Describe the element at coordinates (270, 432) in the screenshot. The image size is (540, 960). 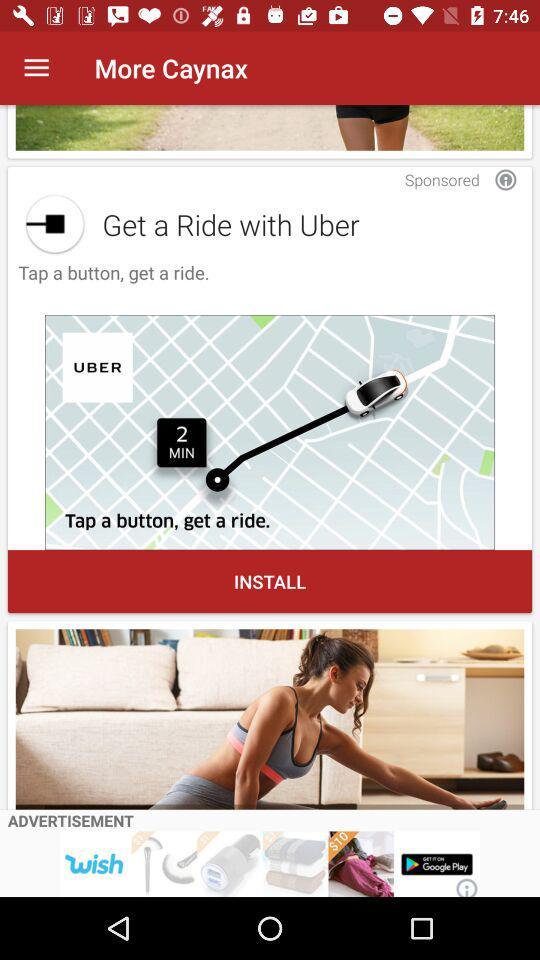
I see `ride` at that location.